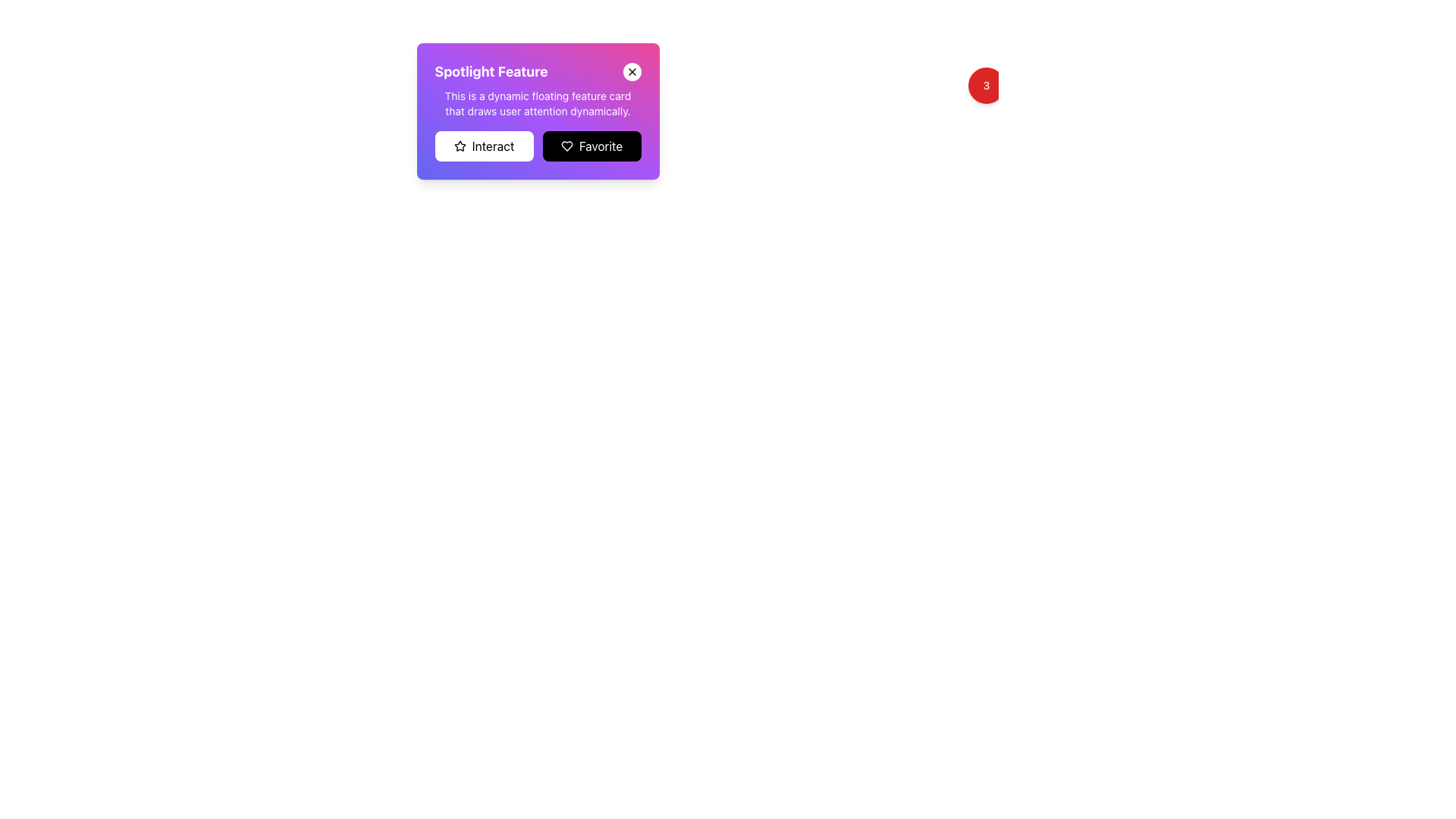 Image resolution: width=1456 pixels, height=819 pixels. I want to click on the close button located in the top-right corner of the 'Spotlight Feature' card to change its style, so click(632, 72).